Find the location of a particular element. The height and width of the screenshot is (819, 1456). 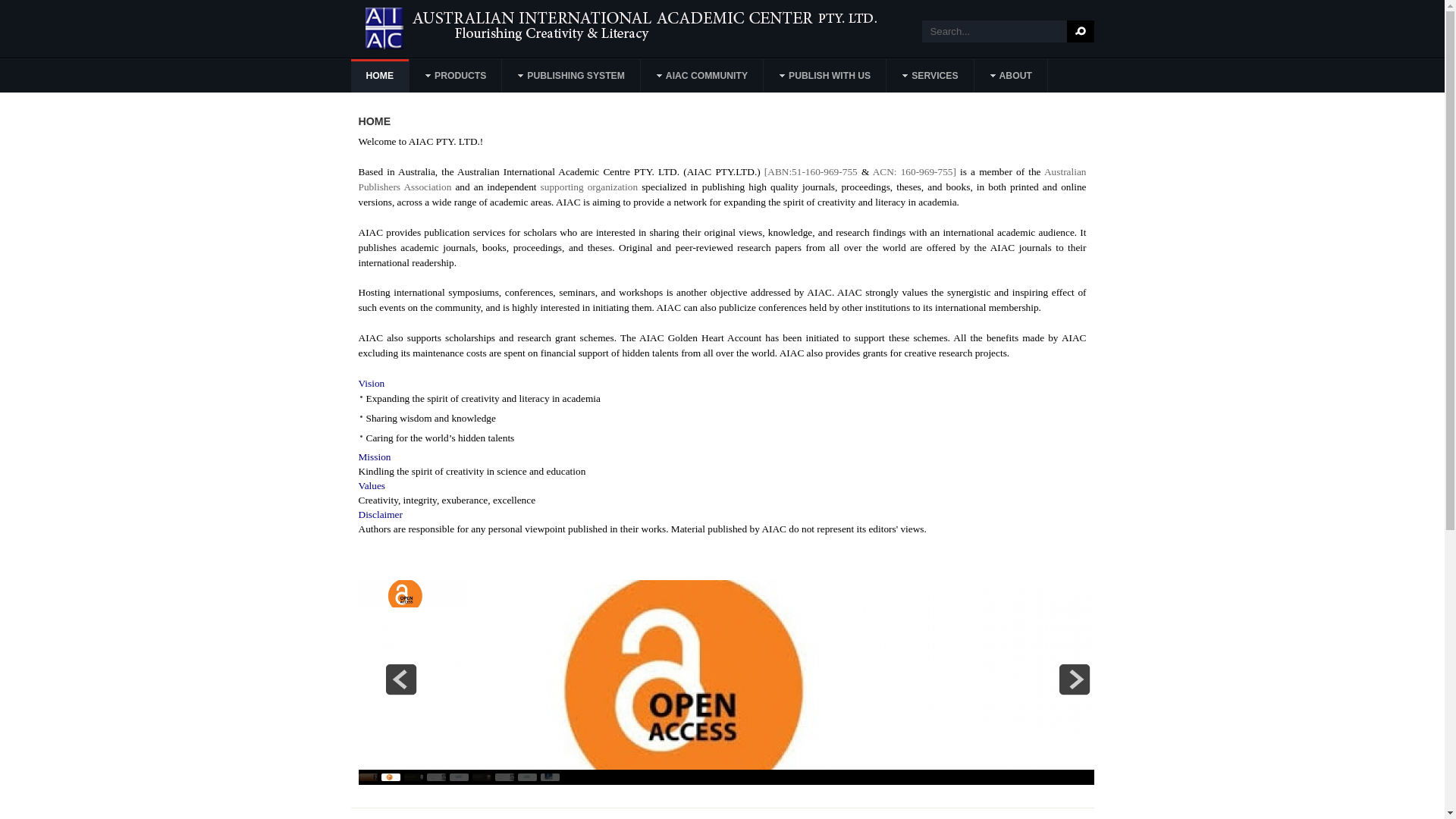

'SERVICES' is located at coordinates (930, 76).